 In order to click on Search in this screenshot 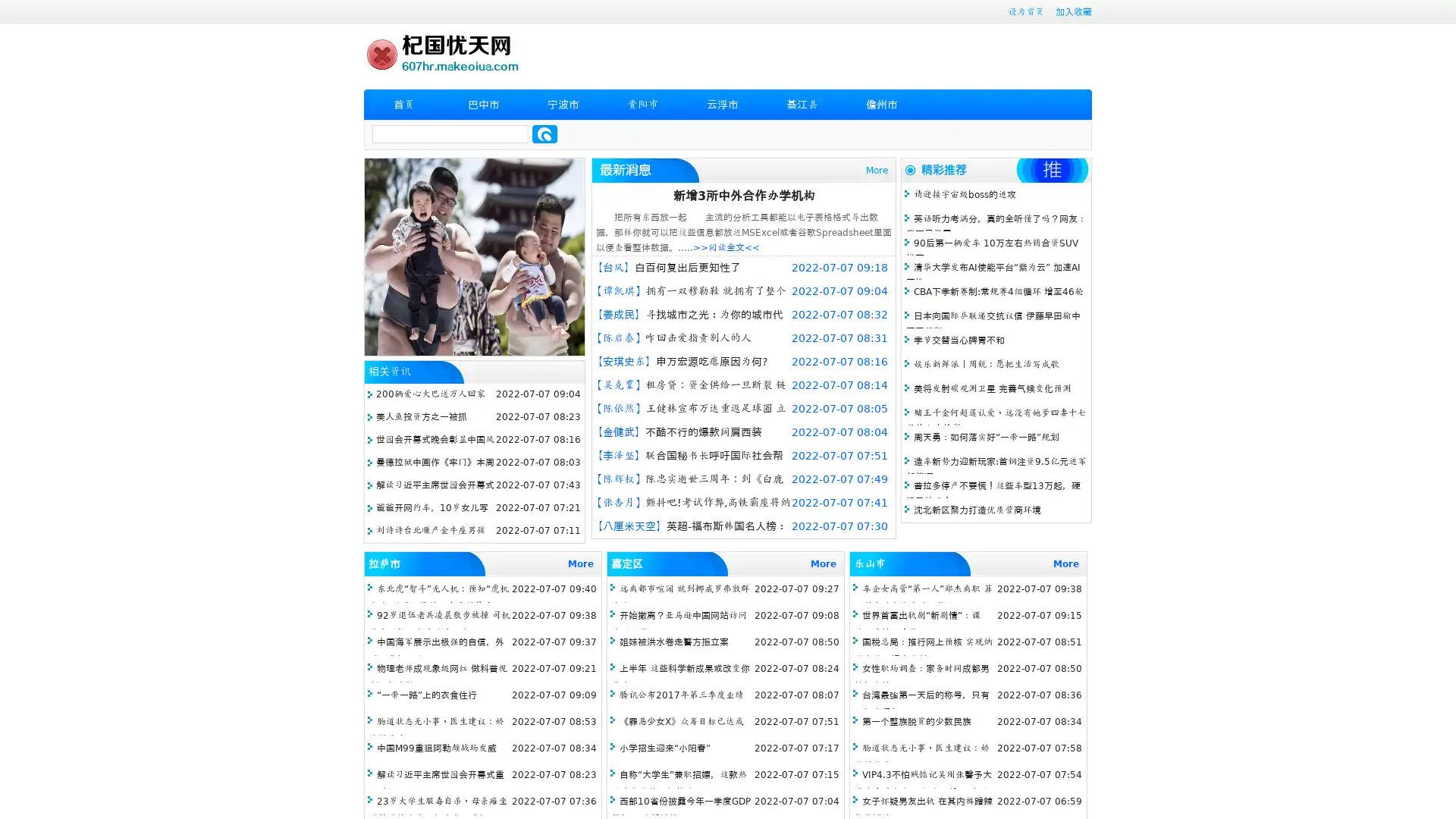, I will do `click(544, 133)`.